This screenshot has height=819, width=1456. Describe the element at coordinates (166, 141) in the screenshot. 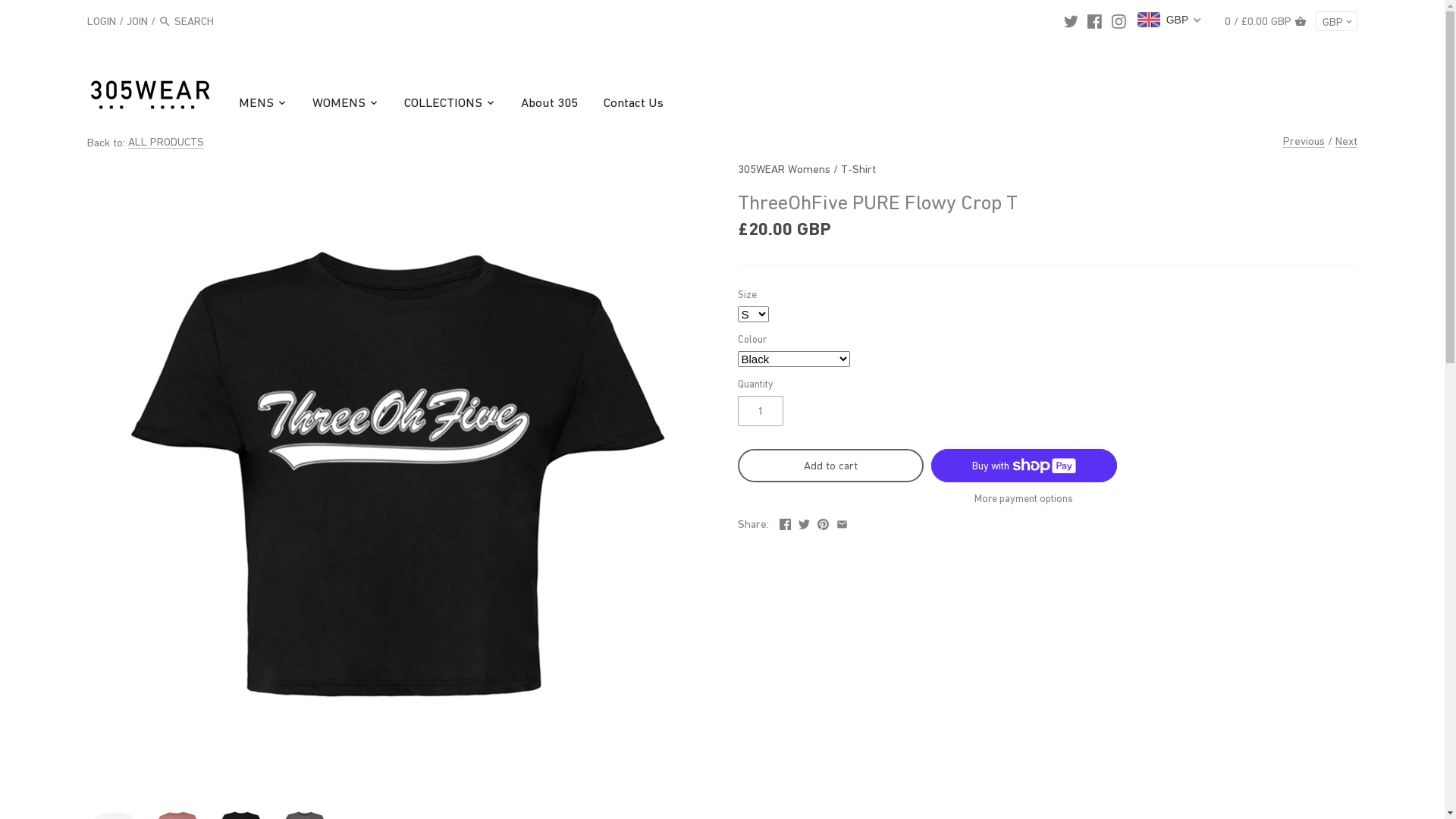

I see `'ALL PRODUCTS'` at that location.